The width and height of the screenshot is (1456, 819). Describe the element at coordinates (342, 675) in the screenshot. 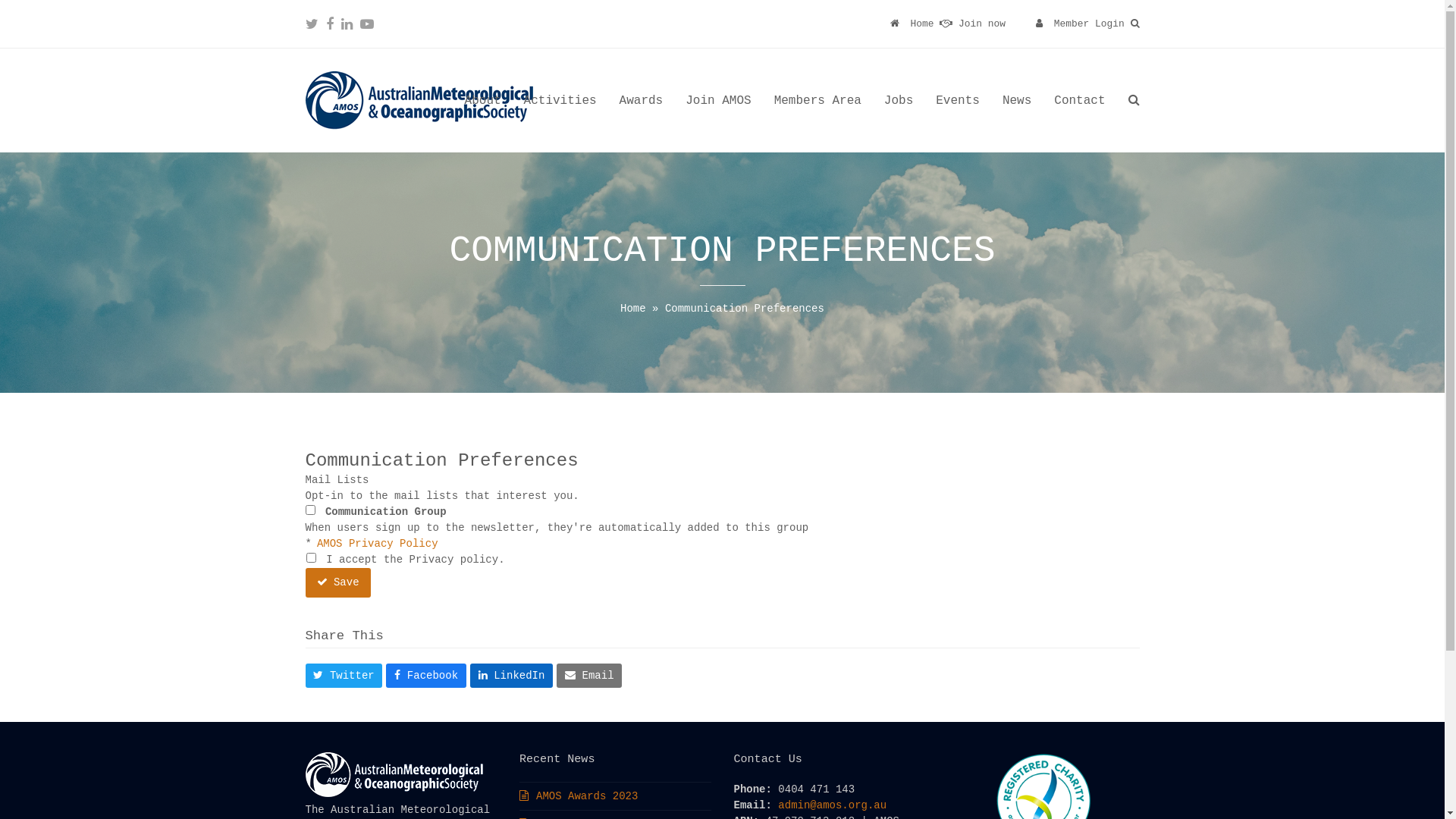

I see `'Twitter'` at that location.